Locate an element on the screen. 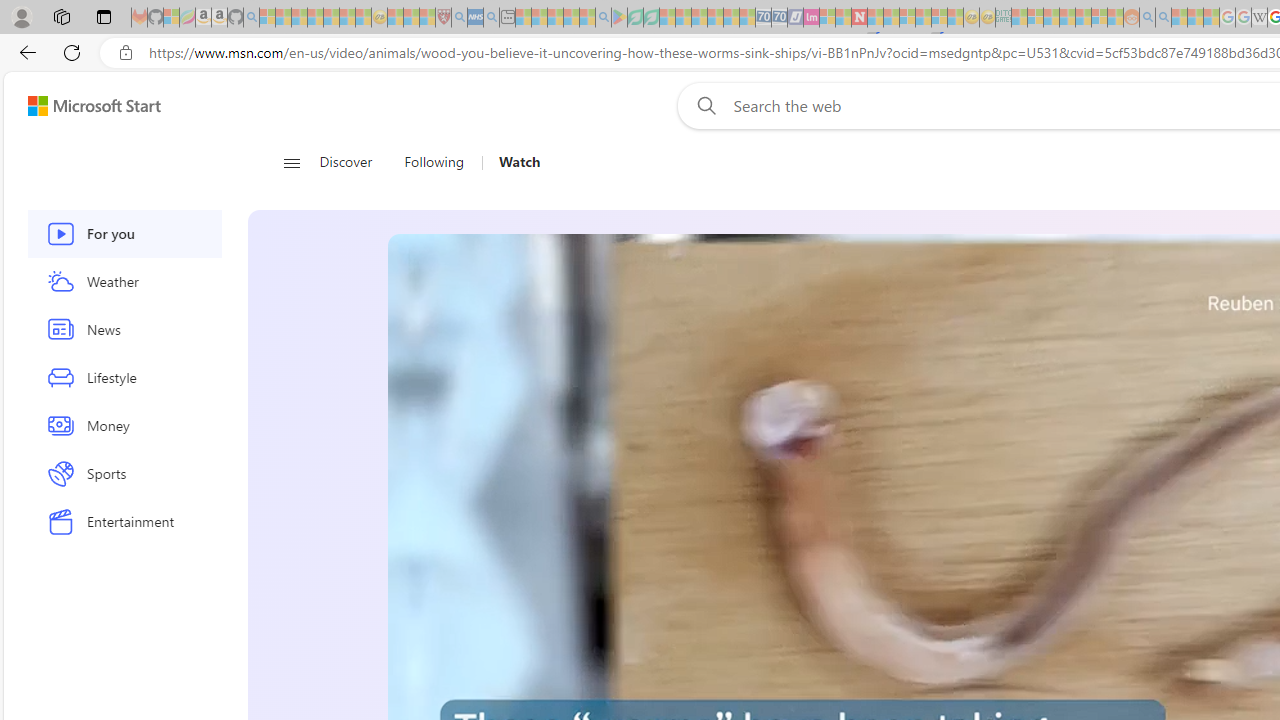 Image resolution: width=1280 pixels, height=720 pixels. 'MSNBC - MSN - Sleeping' is located at coordinates (1019, 17).